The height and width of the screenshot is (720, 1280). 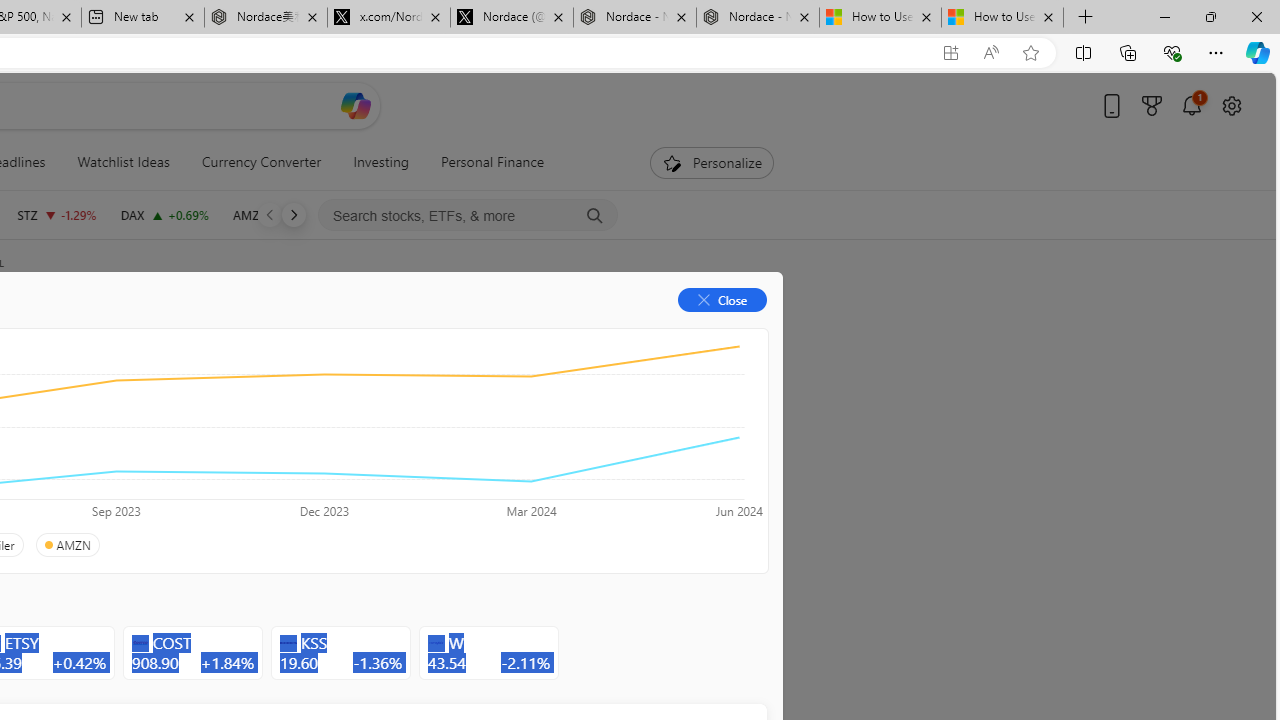 What do you see at coordinates (1152, 105) in the screenshot?
I see `'Microsoft rewards'` at bounding box center [1152, 105].